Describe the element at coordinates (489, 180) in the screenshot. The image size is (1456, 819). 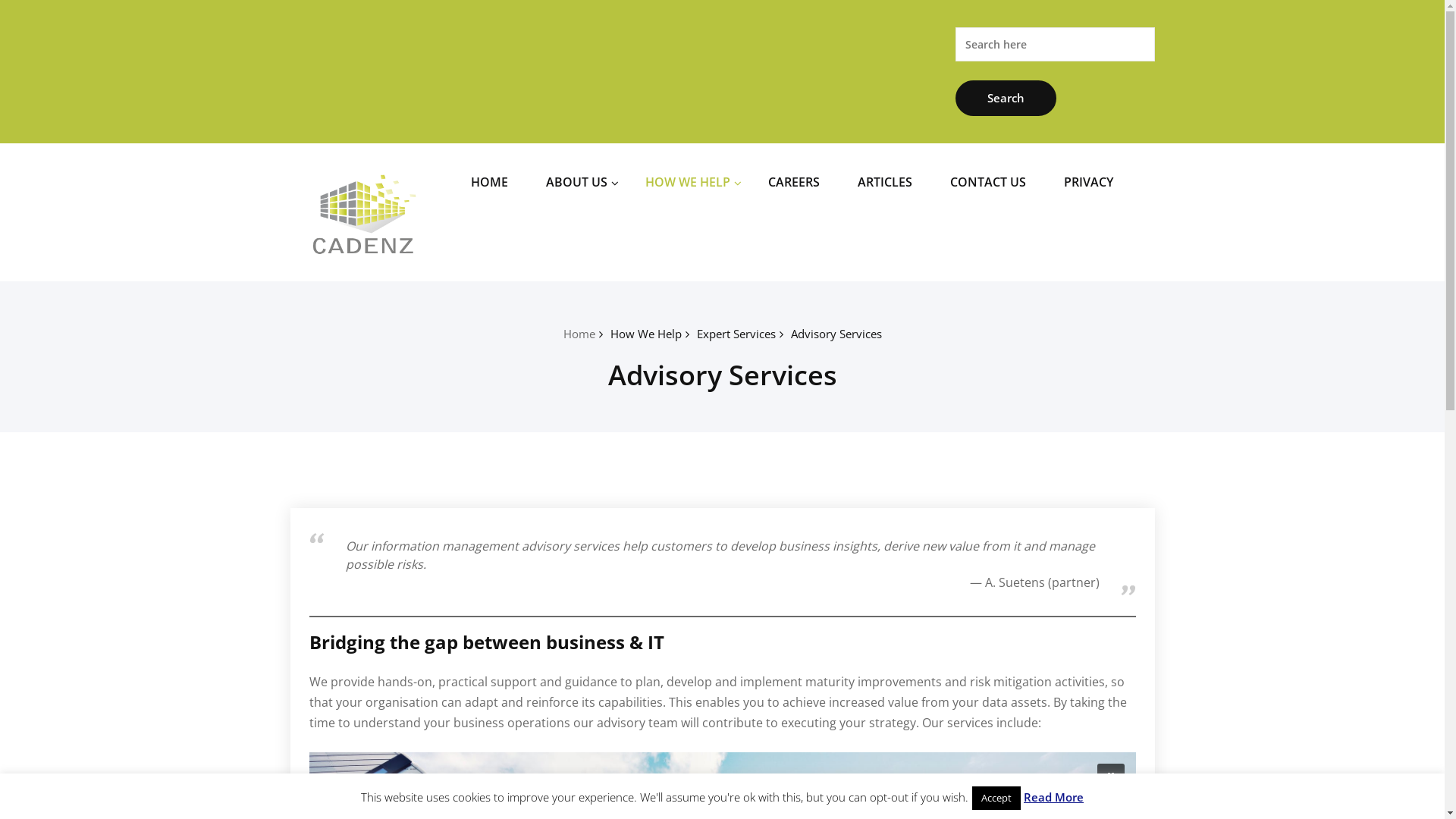
I see `'HOME'` at that location.